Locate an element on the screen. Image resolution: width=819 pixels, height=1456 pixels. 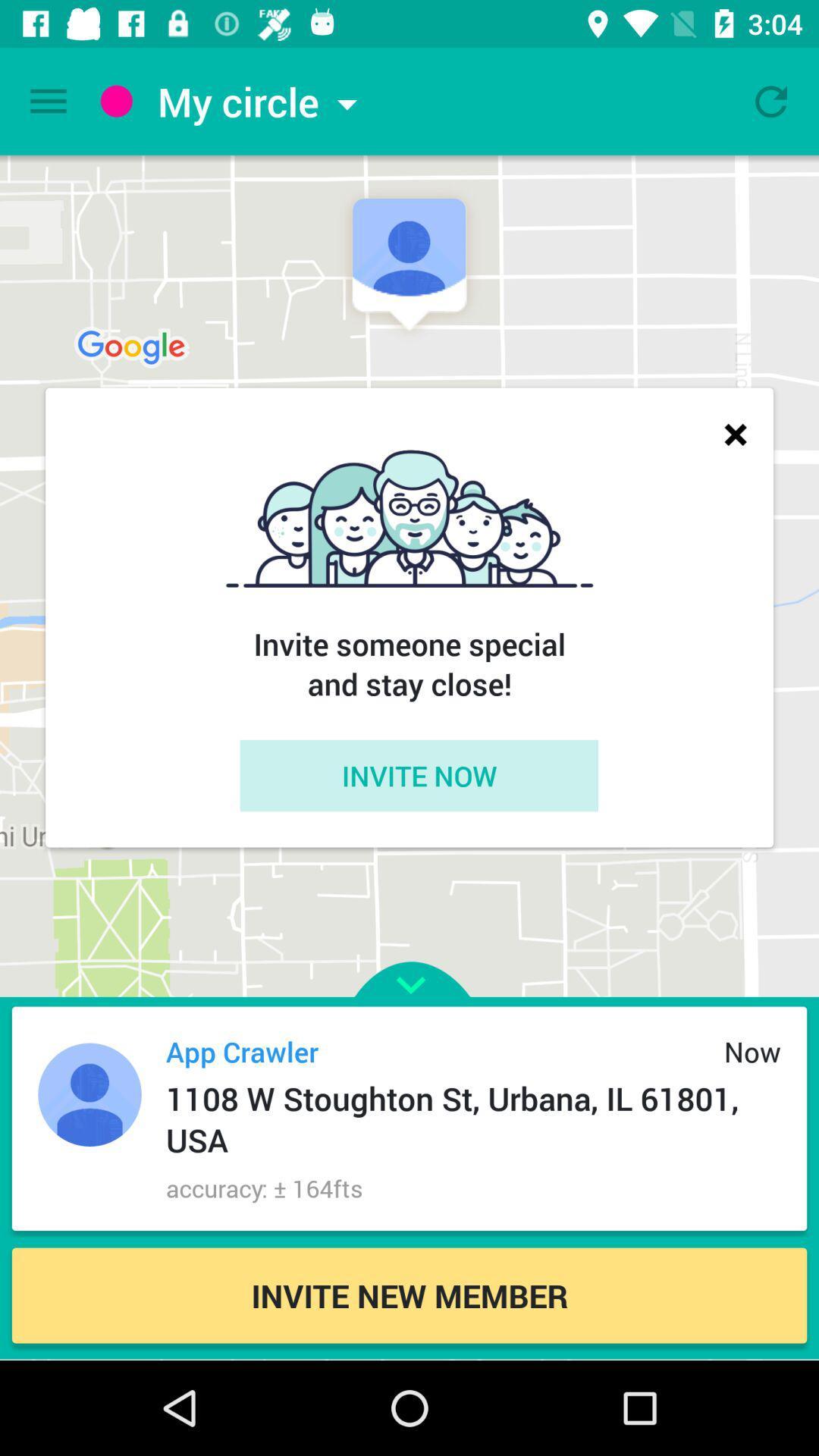
icon below invite someone special is located at coordinates (419, 775).